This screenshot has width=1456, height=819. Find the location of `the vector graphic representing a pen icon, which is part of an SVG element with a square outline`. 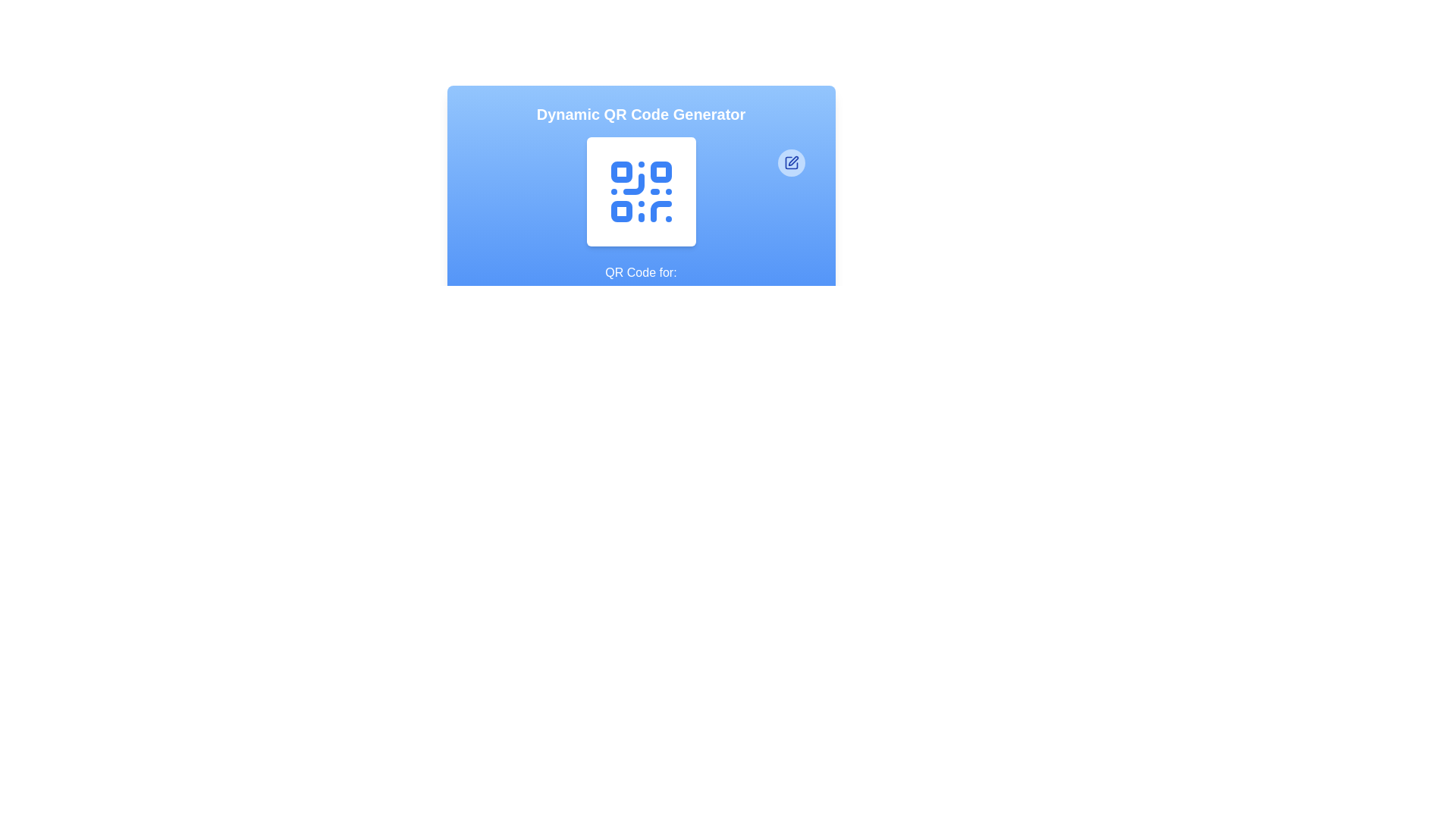

the vector graphic representing a pen icon, which is part of an SVG element with a square outline is located at coordinates (792, 161).